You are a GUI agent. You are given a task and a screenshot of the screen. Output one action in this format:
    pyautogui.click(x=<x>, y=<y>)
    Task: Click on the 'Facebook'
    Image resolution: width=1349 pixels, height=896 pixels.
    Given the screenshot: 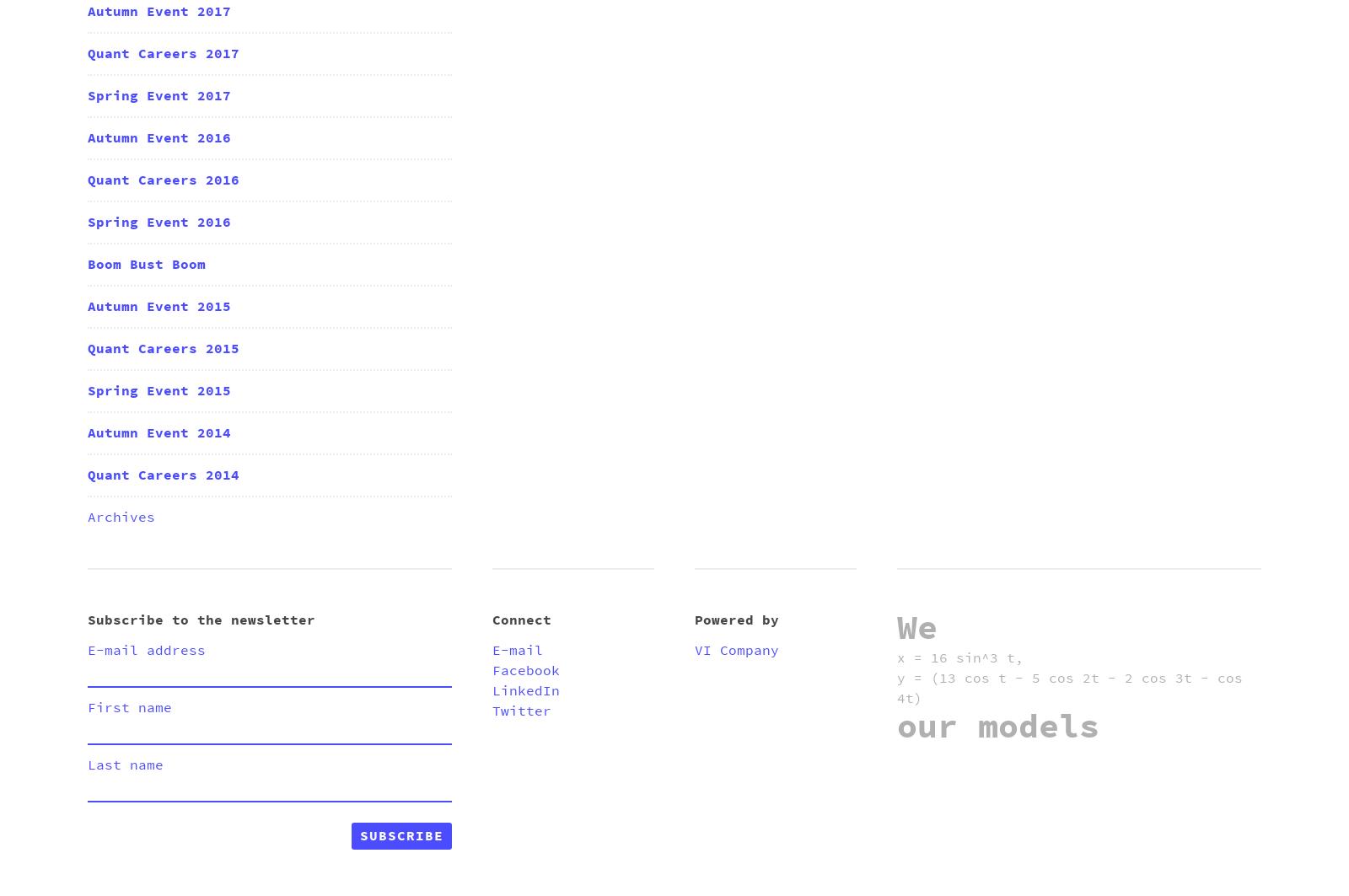 What is the action you would take?
    pyautogui.click(x=525, y=669)
    